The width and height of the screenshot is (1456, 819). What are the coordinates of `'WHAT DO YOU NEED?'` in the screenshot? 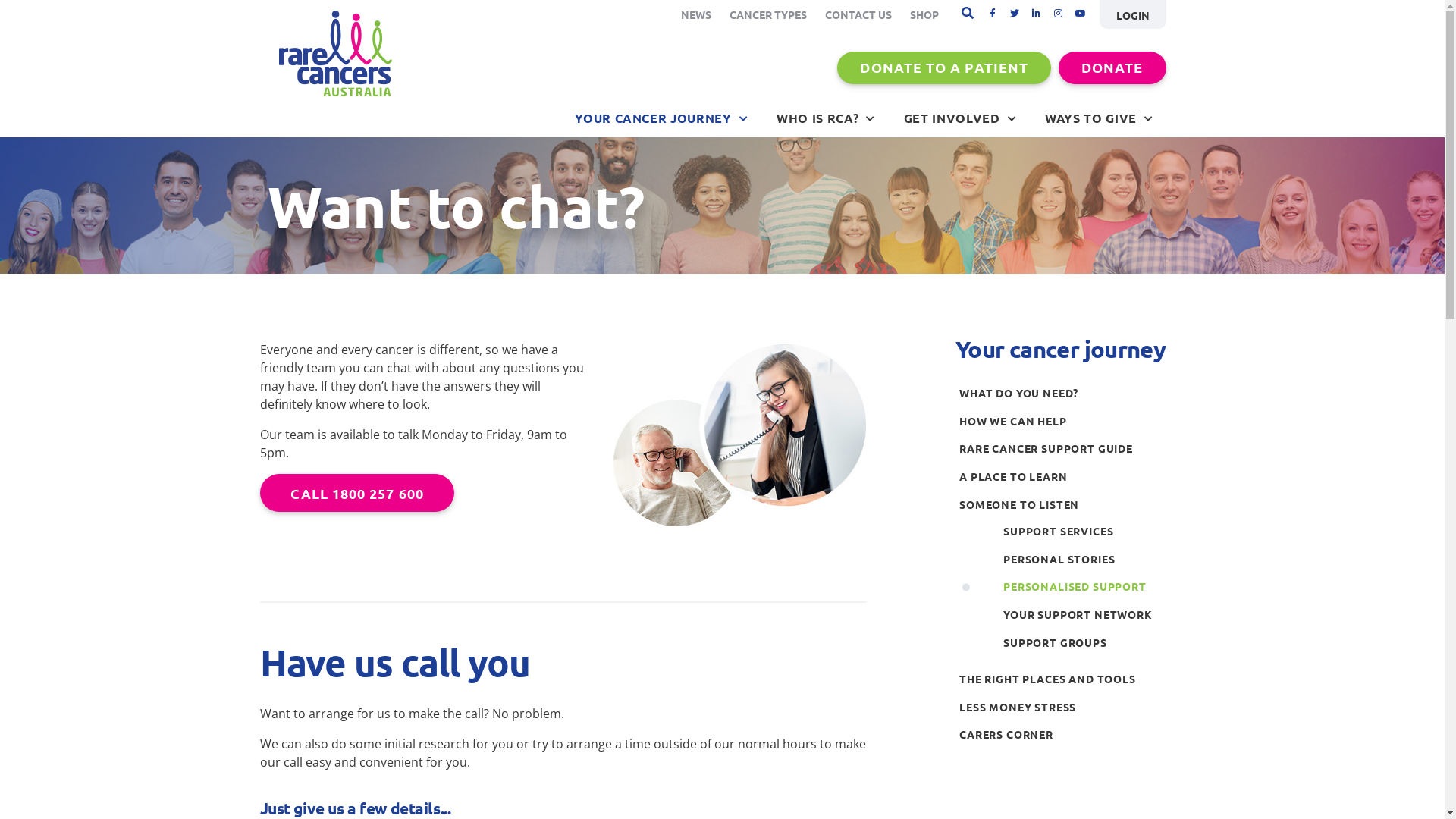 It's located at (1065, 392).